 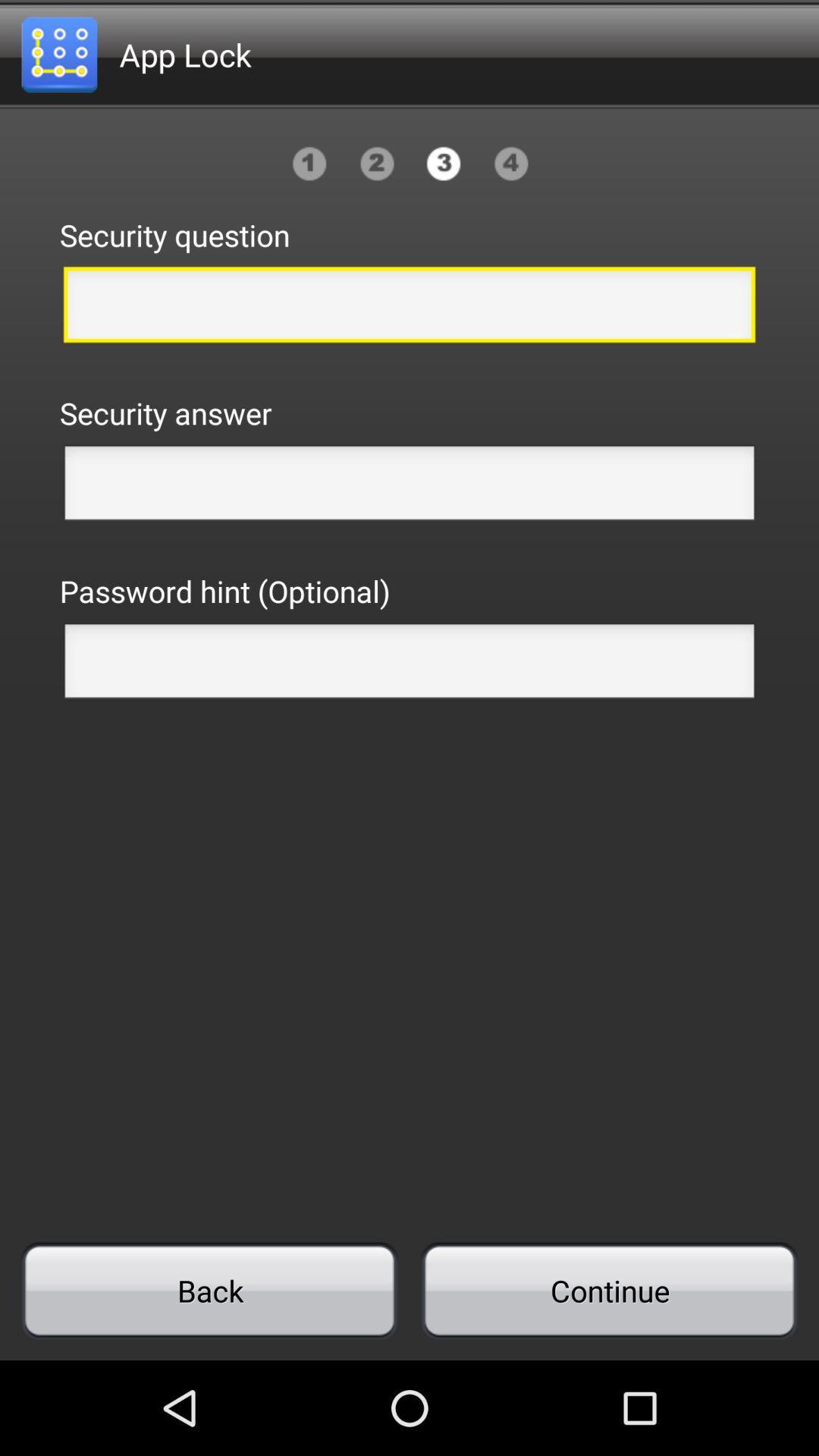 I want to click on icon next to the continue button, so click(x=209, y=1290).